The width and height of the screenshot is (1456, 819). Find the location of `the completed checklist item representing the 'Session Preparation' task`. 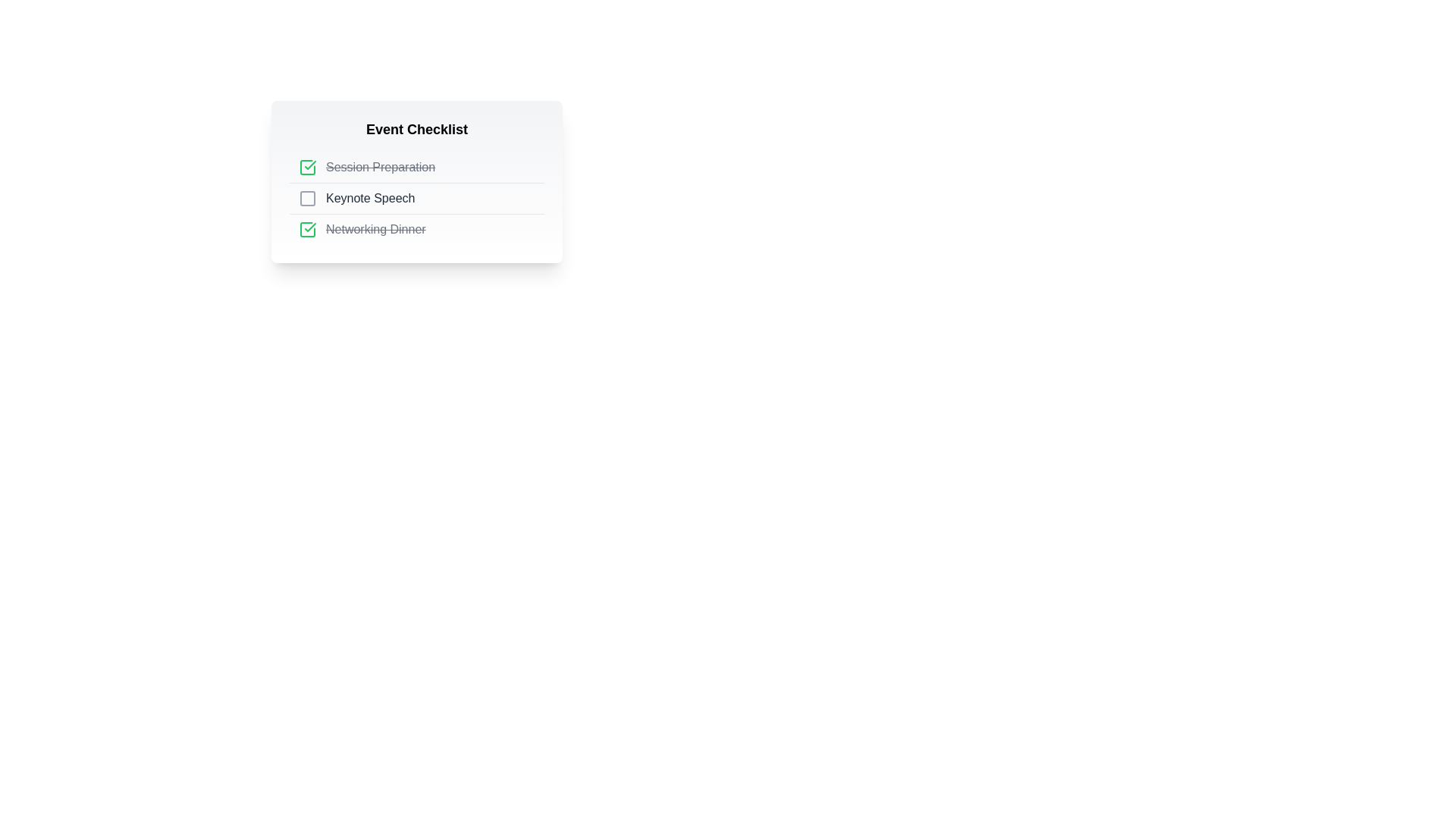

the completed checklist item representing the 'Session Preparation' task is located at coordinates (417, 167).